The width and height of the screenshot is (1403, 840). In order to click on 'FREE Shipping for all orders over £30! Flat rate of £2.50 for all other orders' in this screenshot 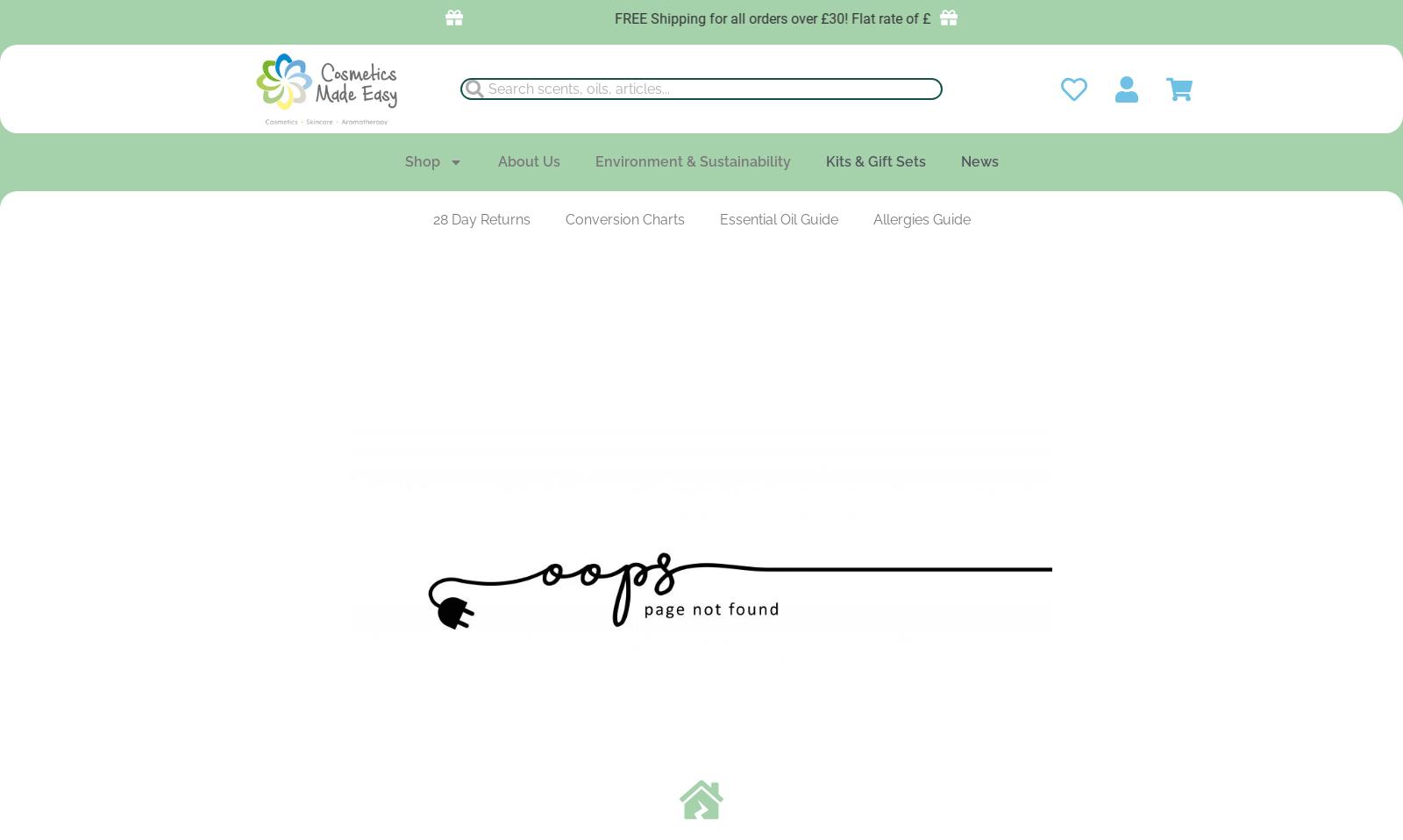, I will do `click(823, 18)`.